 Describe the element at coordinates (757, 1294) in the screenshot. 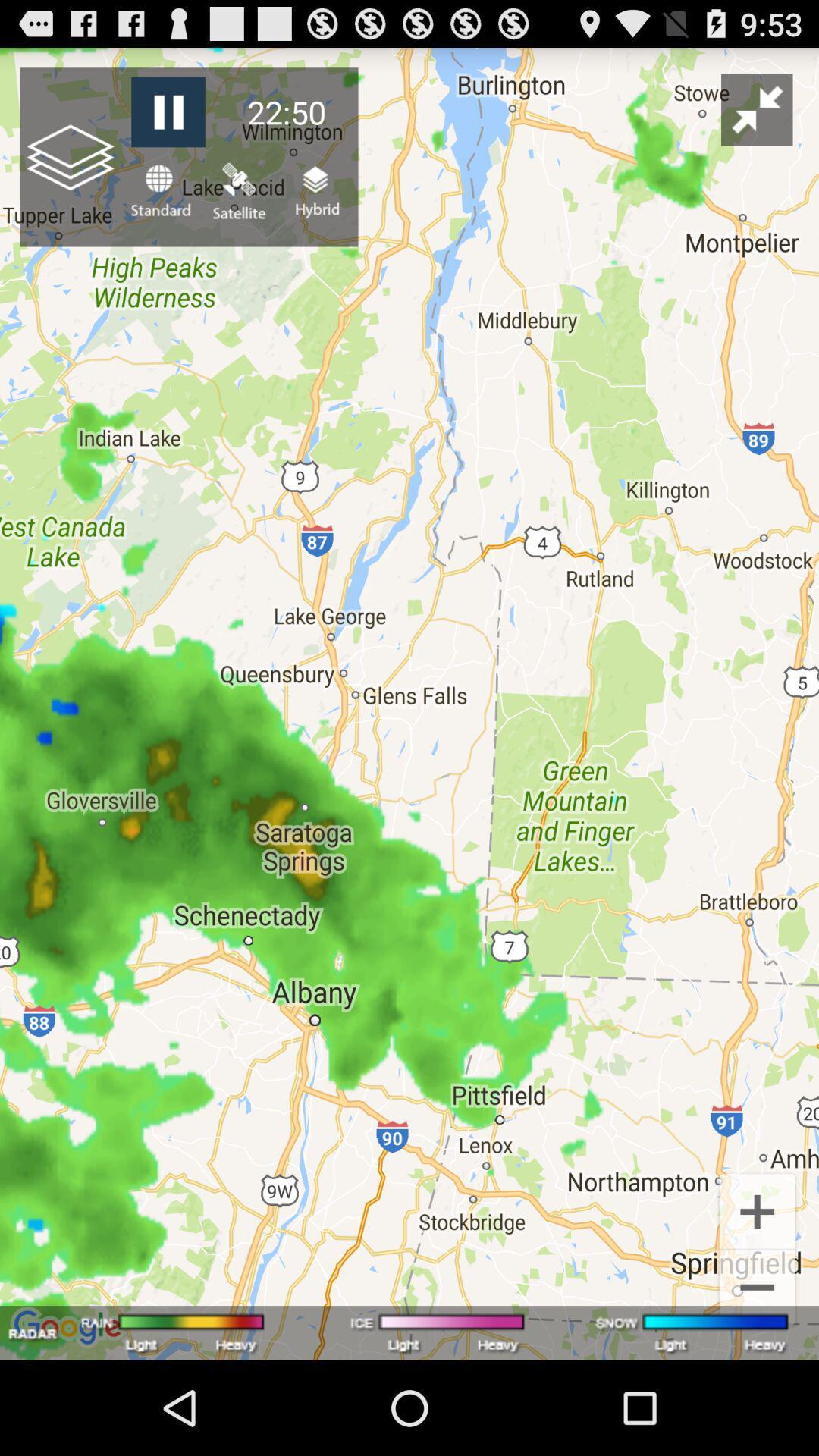

I see `the add icon` at that location.